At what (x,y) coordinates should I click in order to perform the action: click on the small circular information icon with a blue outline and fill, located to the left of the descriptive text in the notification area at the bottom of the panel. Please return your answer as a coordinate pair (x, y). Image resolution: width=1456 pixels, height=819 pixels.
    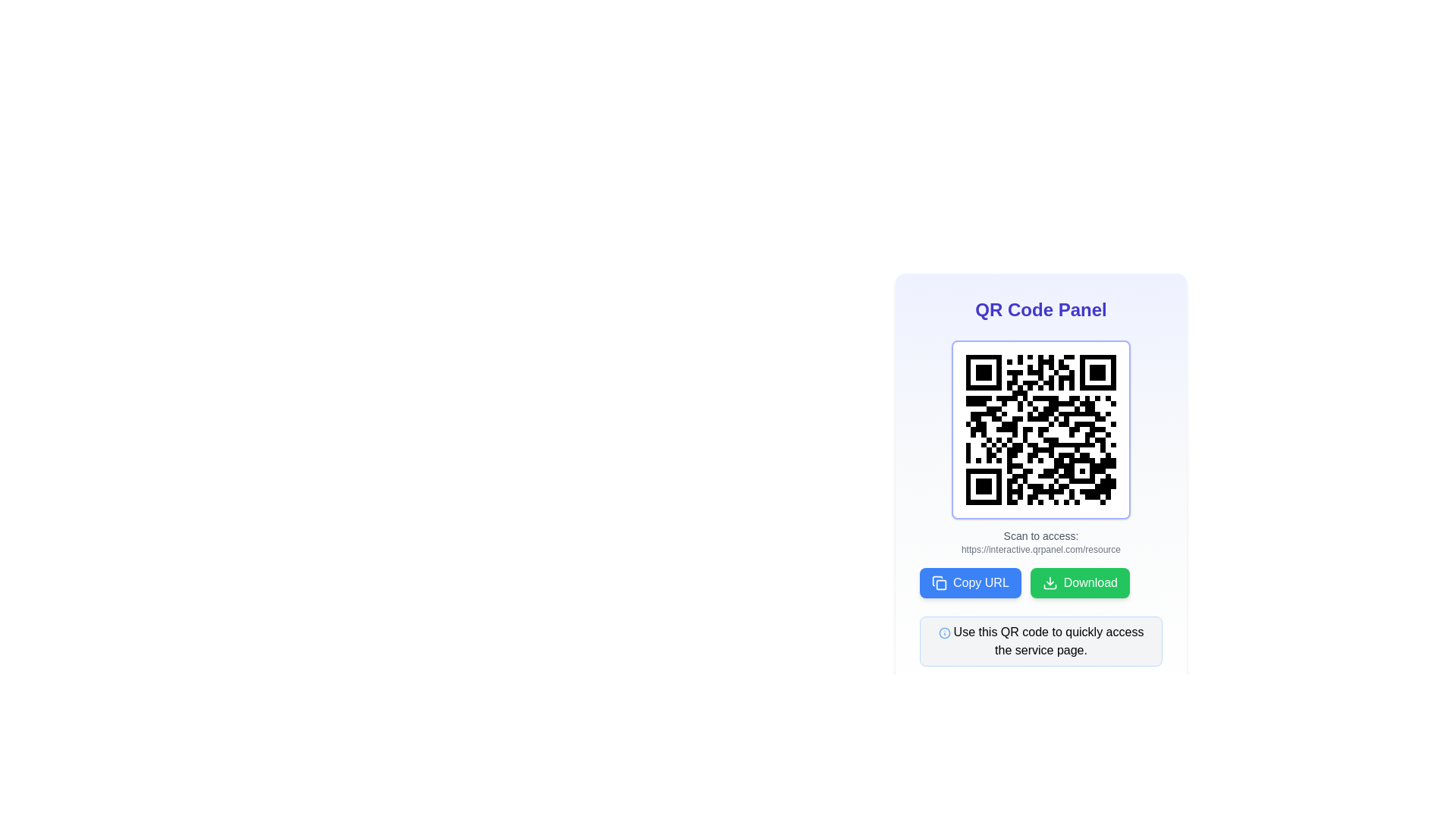
    Looking at the image, I should click on (943, 632).